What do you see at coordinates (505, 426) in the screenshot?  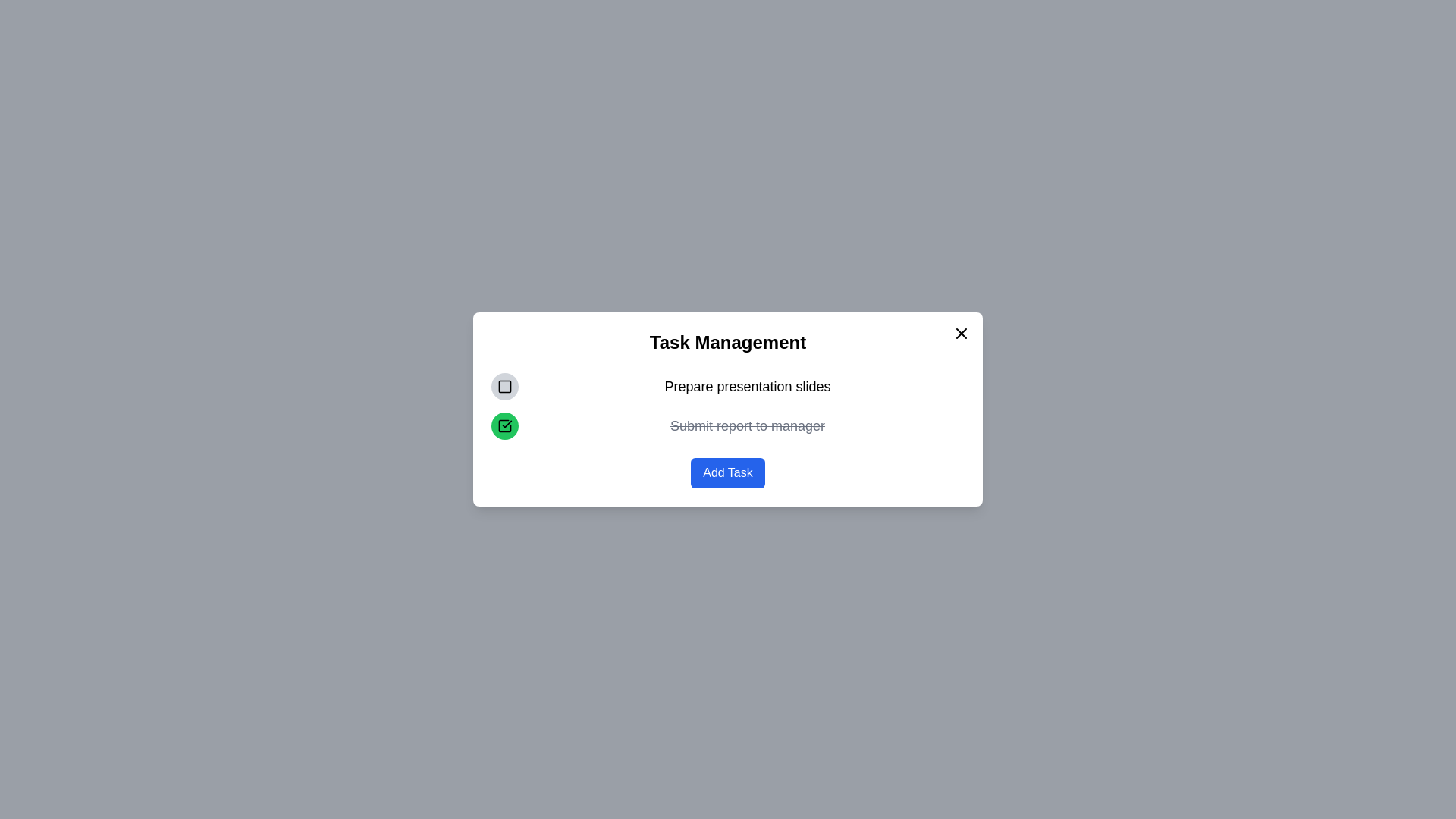 I see `the toggle button located to the left of the strikethrough text 'Submit report to manager' and below the top task 'Prepare presentation slides'` at bounding box center [505, 426].